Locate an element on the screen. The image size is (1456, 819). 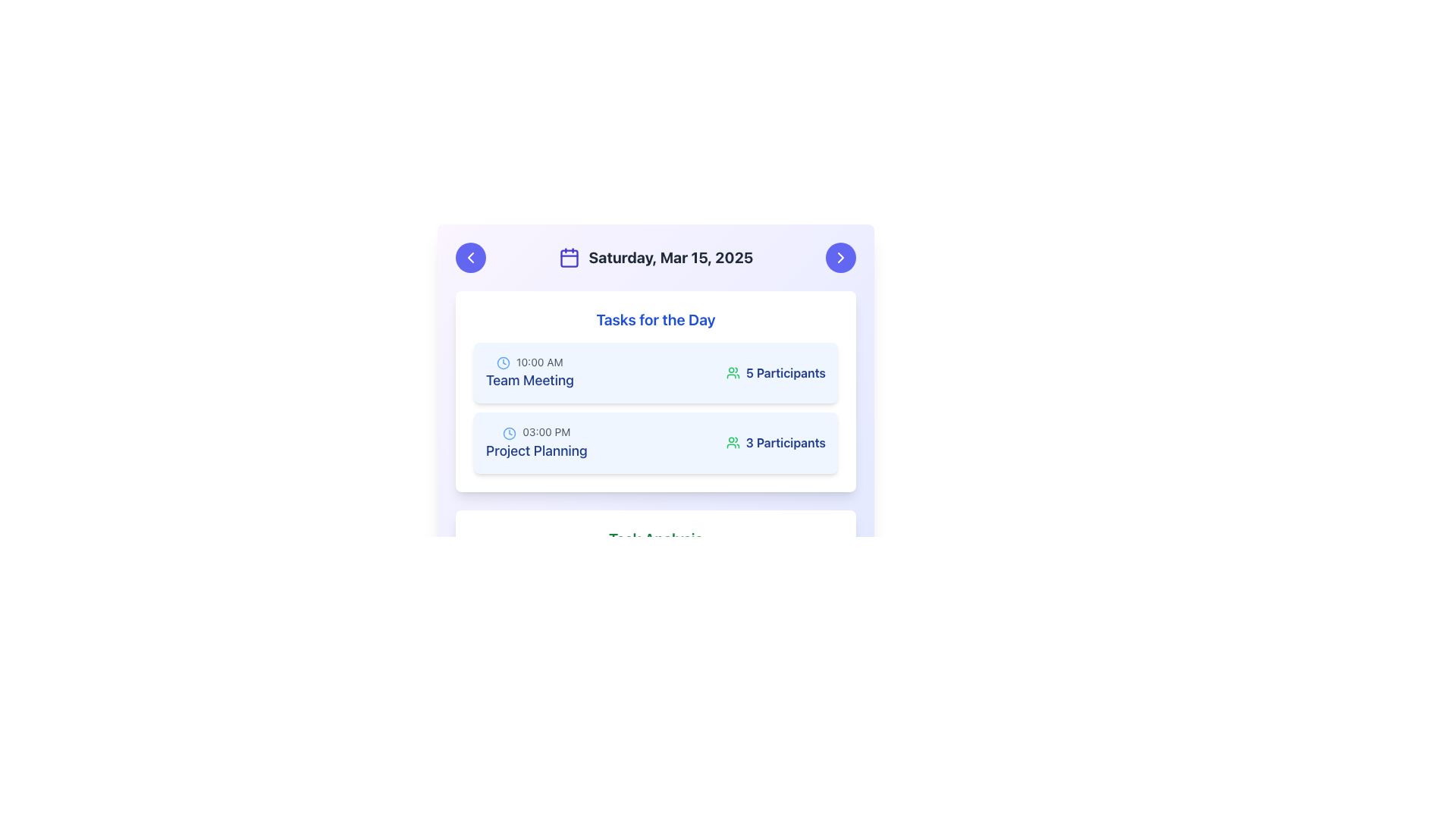
the decorative icon that indicates the context of participants for a meeting, located in the second meeting entry on the agenda is located at coordinates (733, 443).